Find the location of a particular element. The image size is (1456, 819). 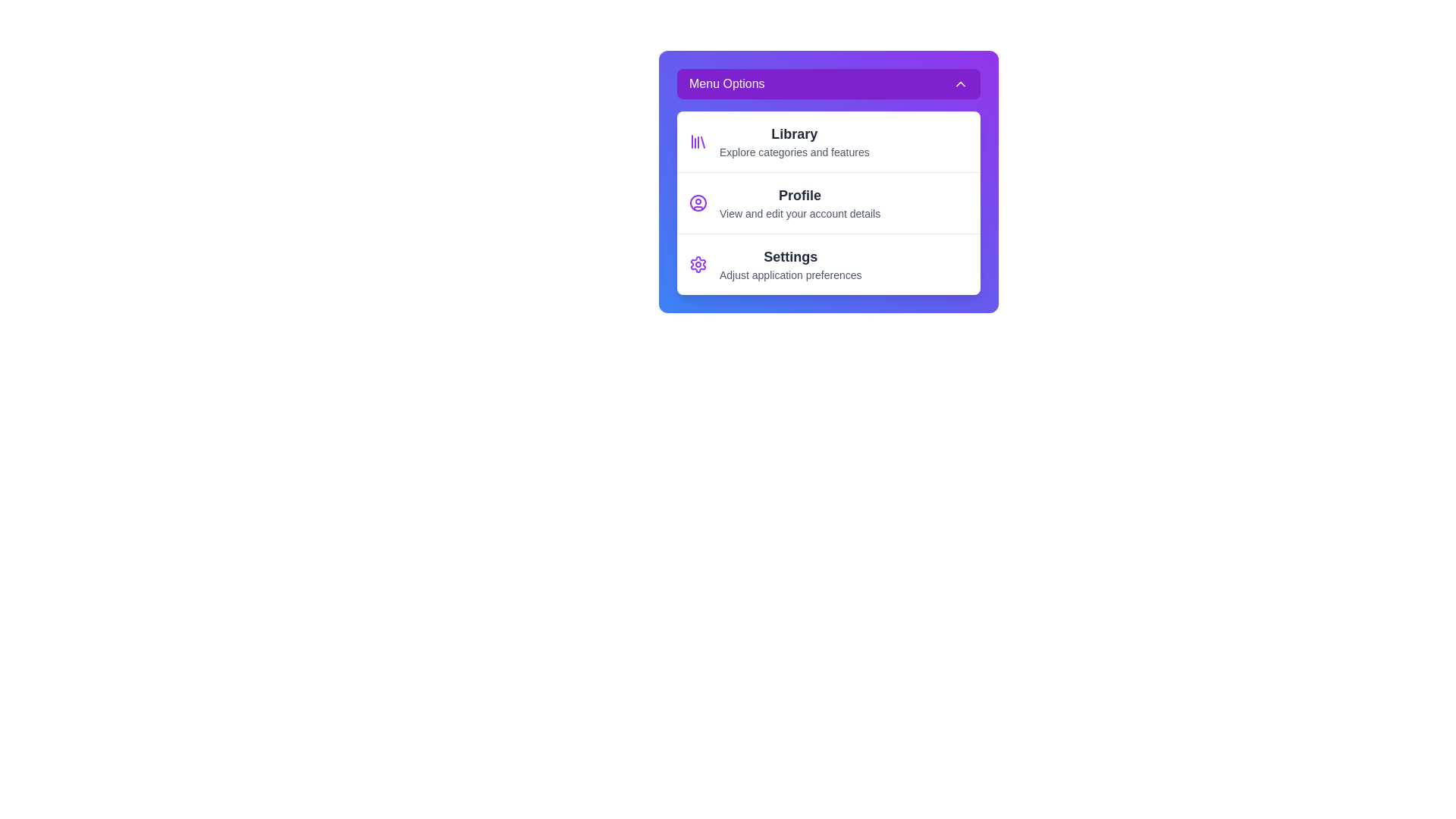

the Label element that reads 'Adjust application preferences', which is positioned below the 'Settings' label in the Settings subsection is located at coordinates (789, 275).